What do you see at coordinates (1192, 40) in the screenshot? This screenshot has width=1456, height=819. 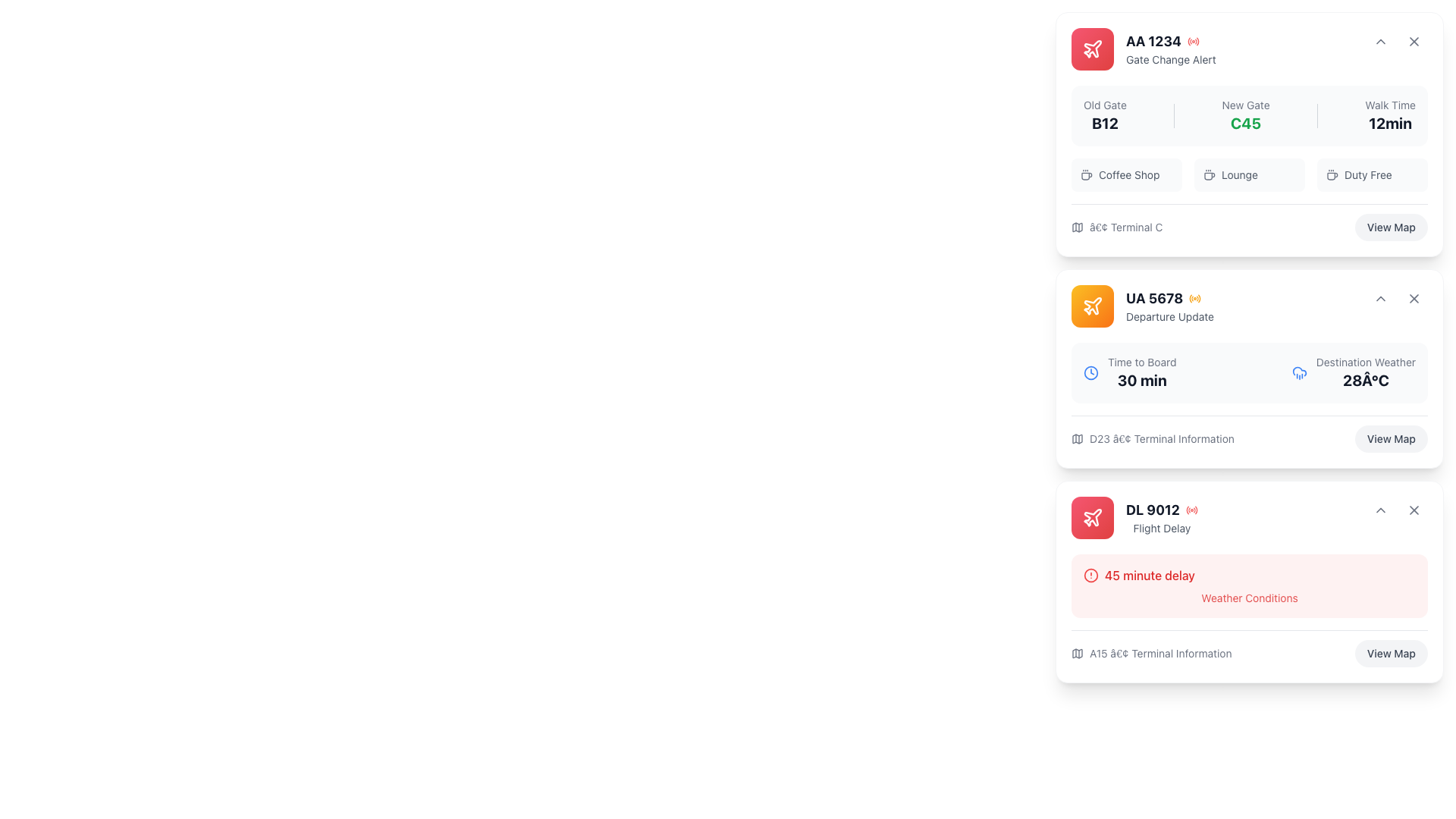 I see `the red circular radio icon with pulse animation located near the text label 'AA 1234' for accessibility purposes` at bounding box center [1192, 40].